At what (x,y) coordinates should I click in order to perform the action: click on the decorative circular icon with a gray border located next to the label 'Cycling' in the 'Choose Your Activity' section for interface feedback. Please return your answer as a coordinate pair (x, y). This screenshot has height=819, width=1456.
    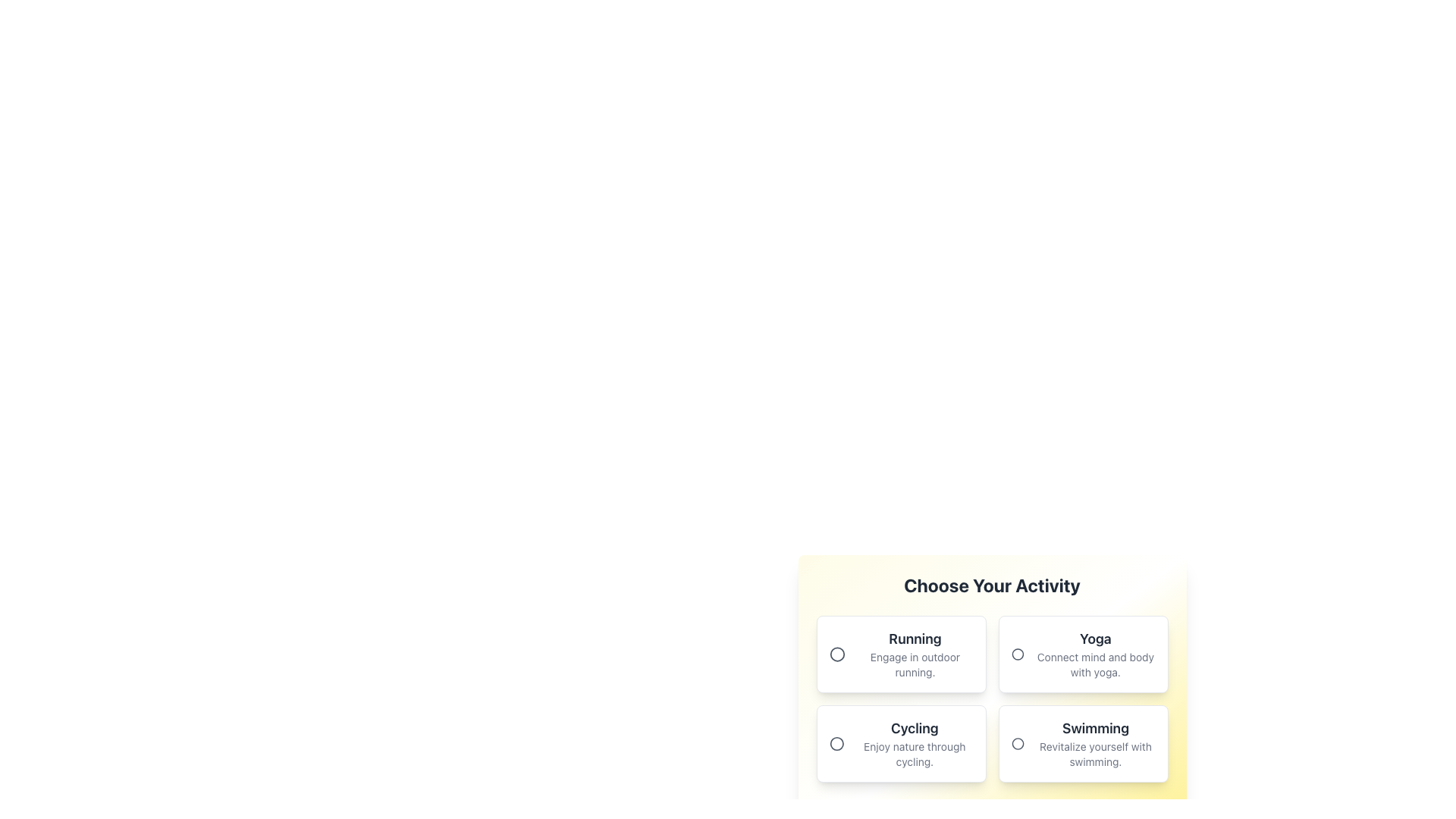
    Looking at the image, I should click on (836, 742).